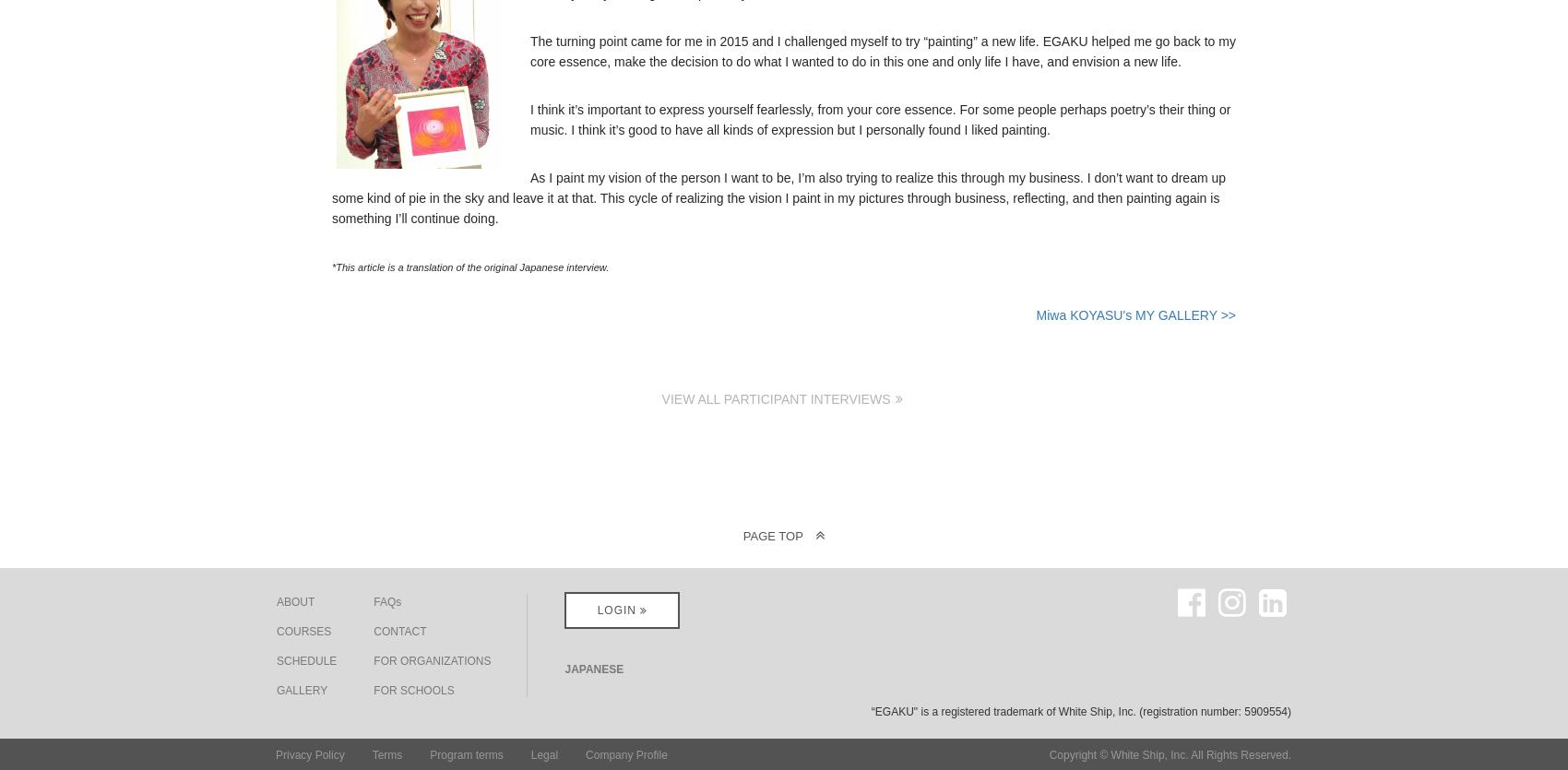  I want to click on 'PAGE TOP', so click(773, 535).